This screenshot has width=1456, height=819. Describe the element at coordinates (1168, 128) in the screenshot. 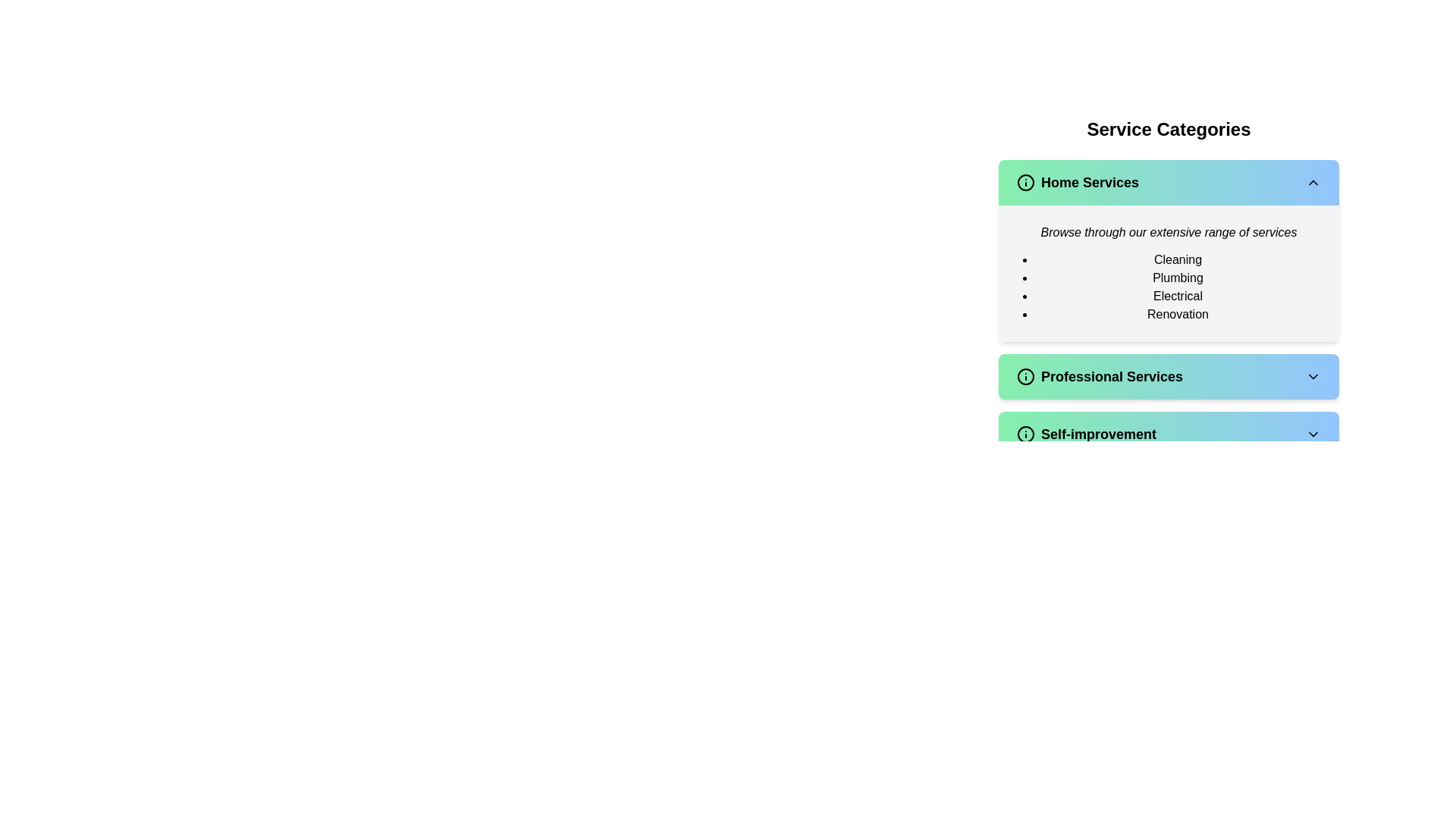

I see `static heading or title text content located at the center of the bounding box, which is positioned above the 'Home Services', 'Professional Services', and 'Self-improvement' sections` at that location.